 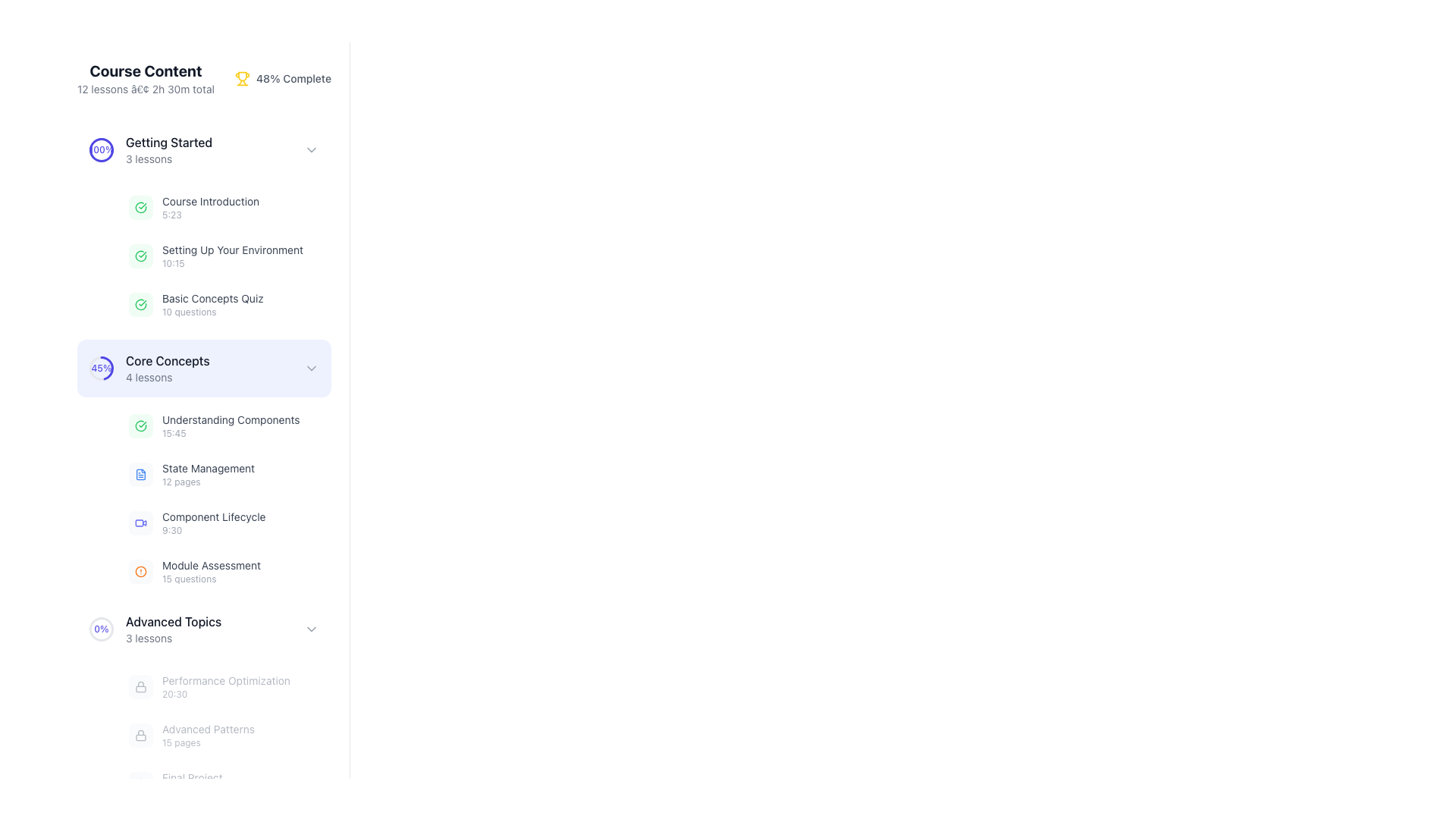 What do you see at coordinates (203, 369) in the screenshot?
I see `the second interactive menu item under the 'Getting Started' section` at bounding box center [203, 369].